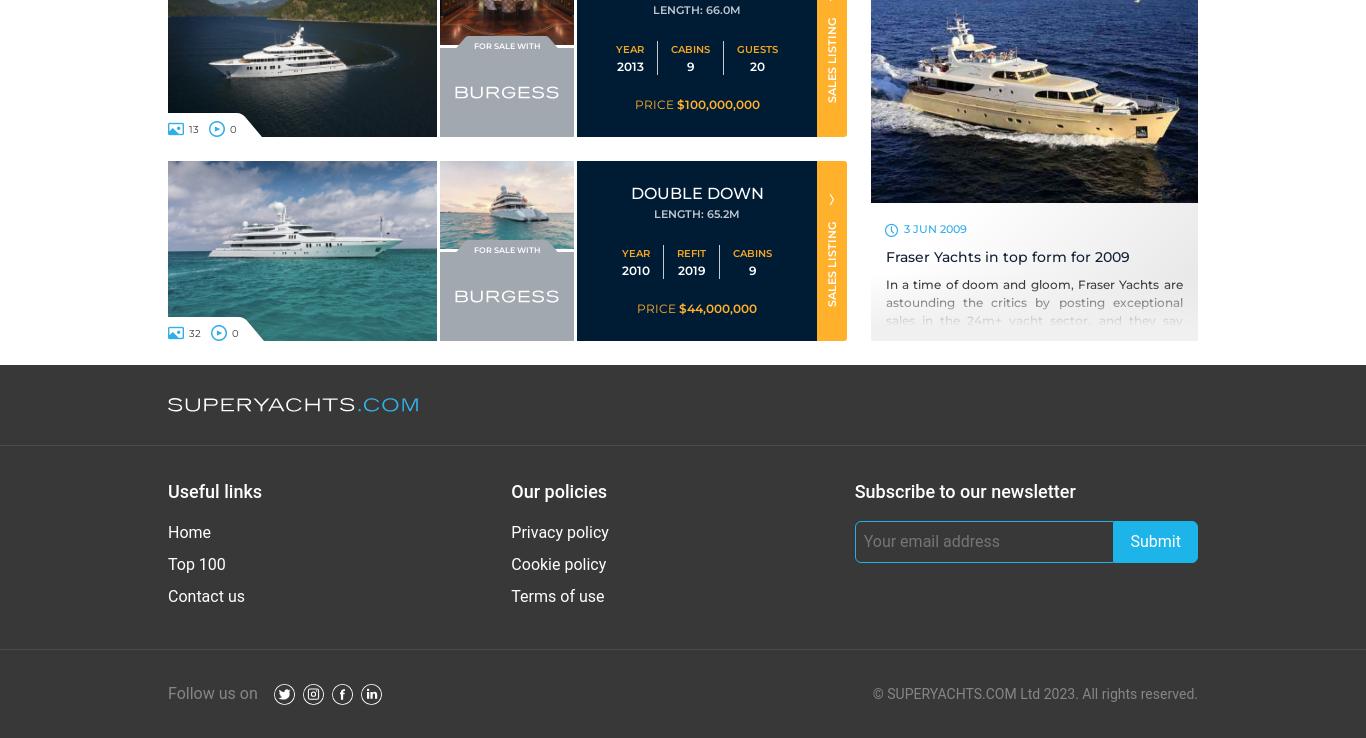  I want to click on 'LENGTH: 67.1m', so click(696, 9).